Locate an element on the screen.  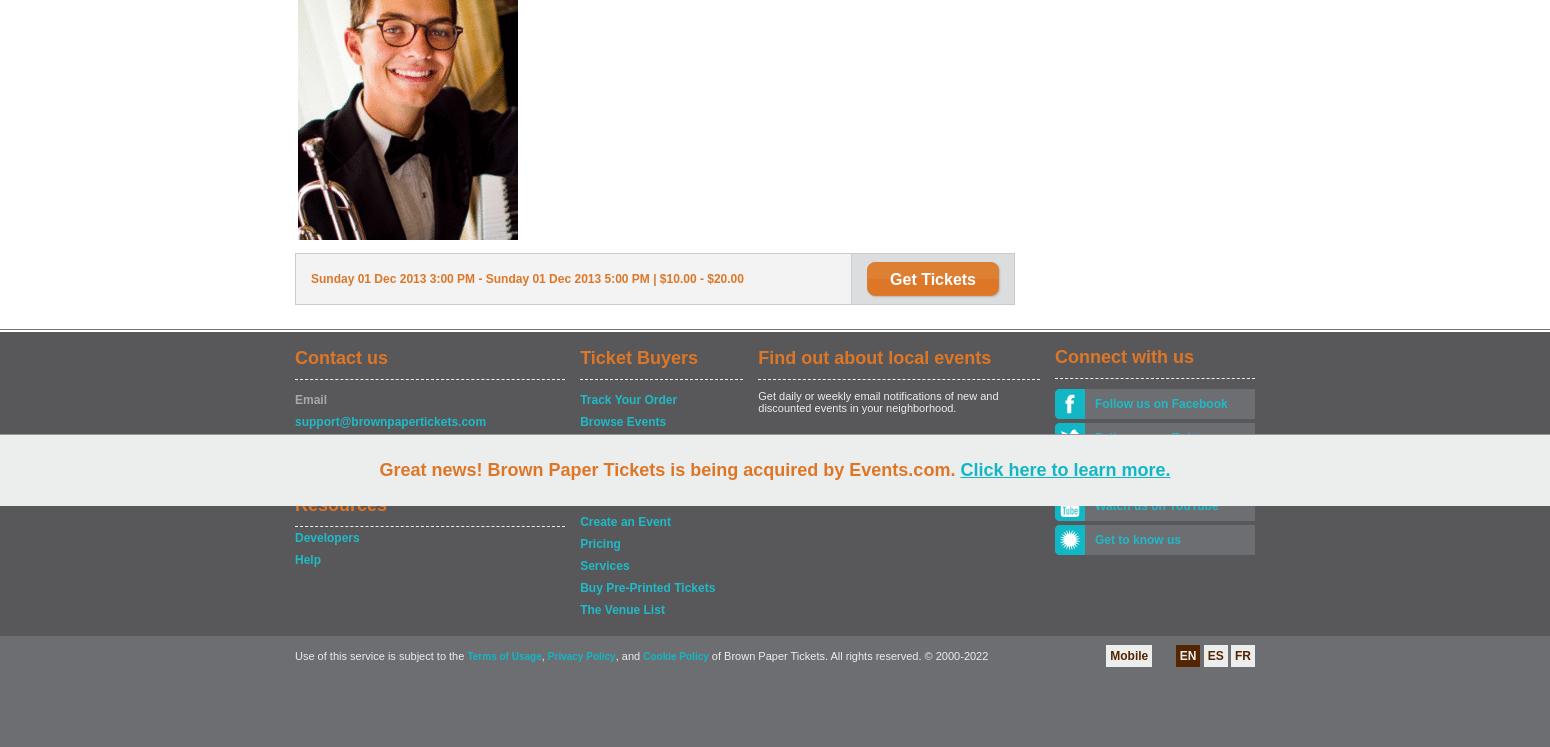
'Services' is located at coordinates (580, 565).